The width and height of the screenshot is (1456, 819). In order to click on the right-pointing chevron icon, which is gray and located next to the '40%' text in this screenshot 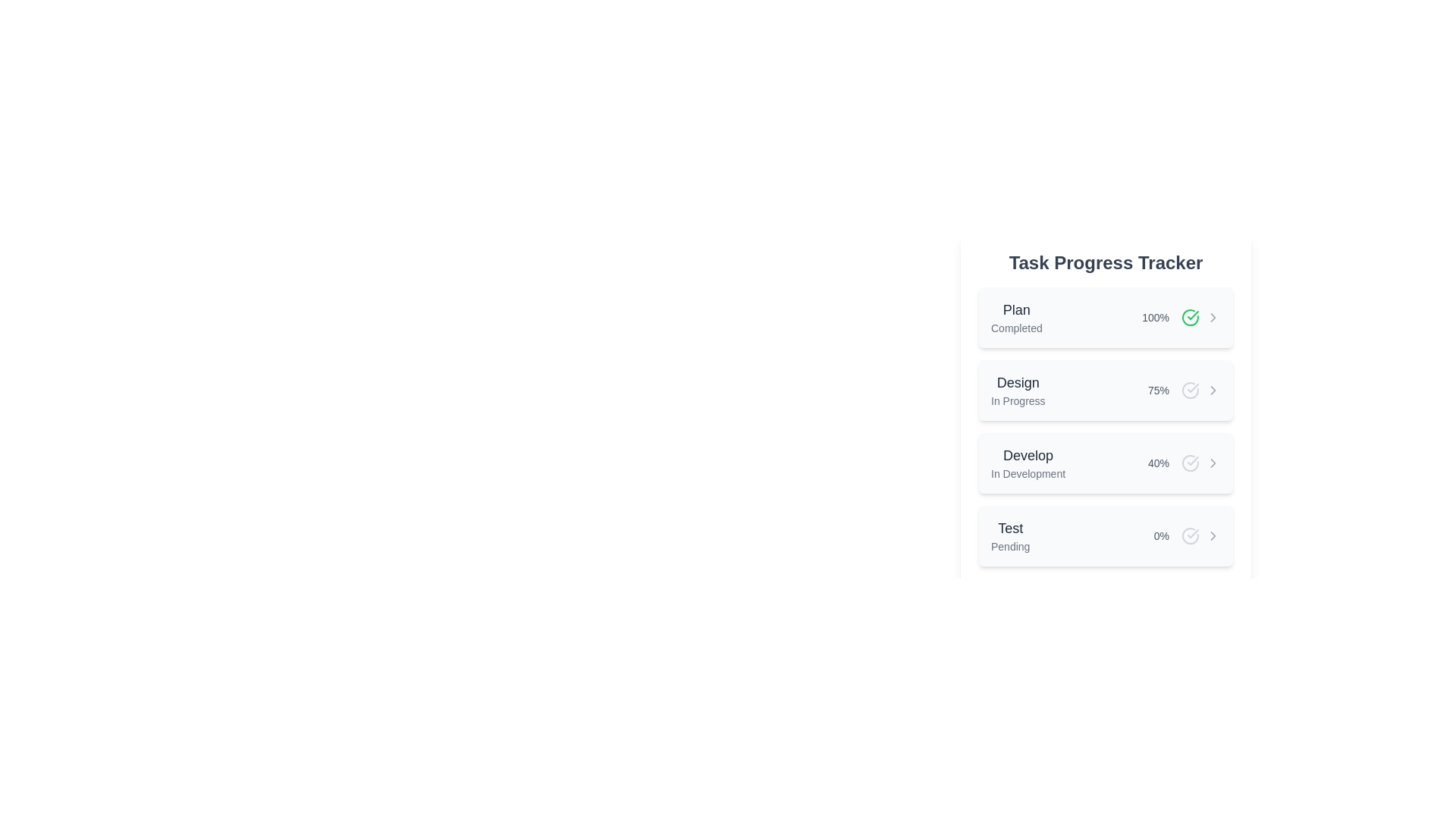, I will do `click(1212, 462)`.